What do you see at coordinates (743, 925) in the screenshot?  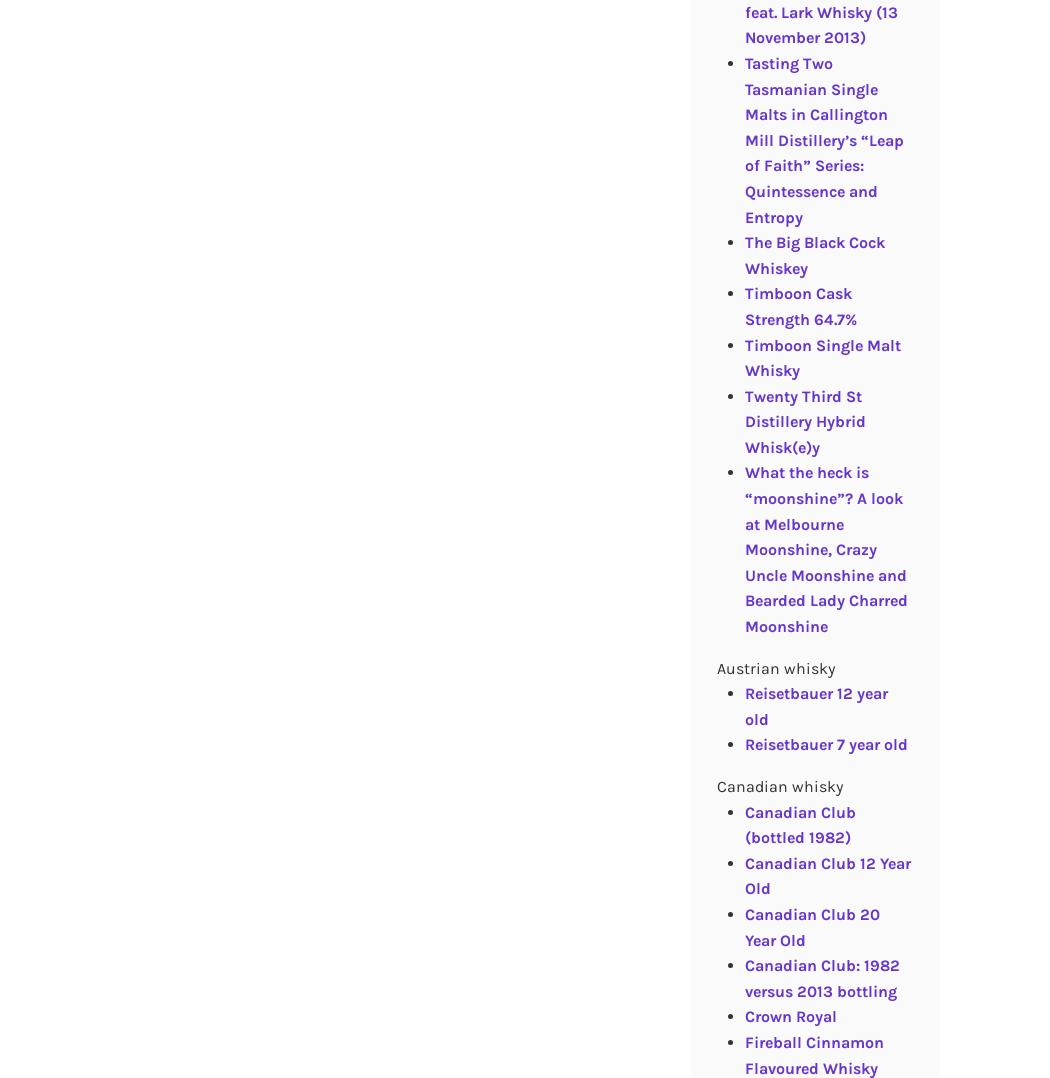 I see `'Canadian Club 20 Year Old'` at bounding box center [743, 925].